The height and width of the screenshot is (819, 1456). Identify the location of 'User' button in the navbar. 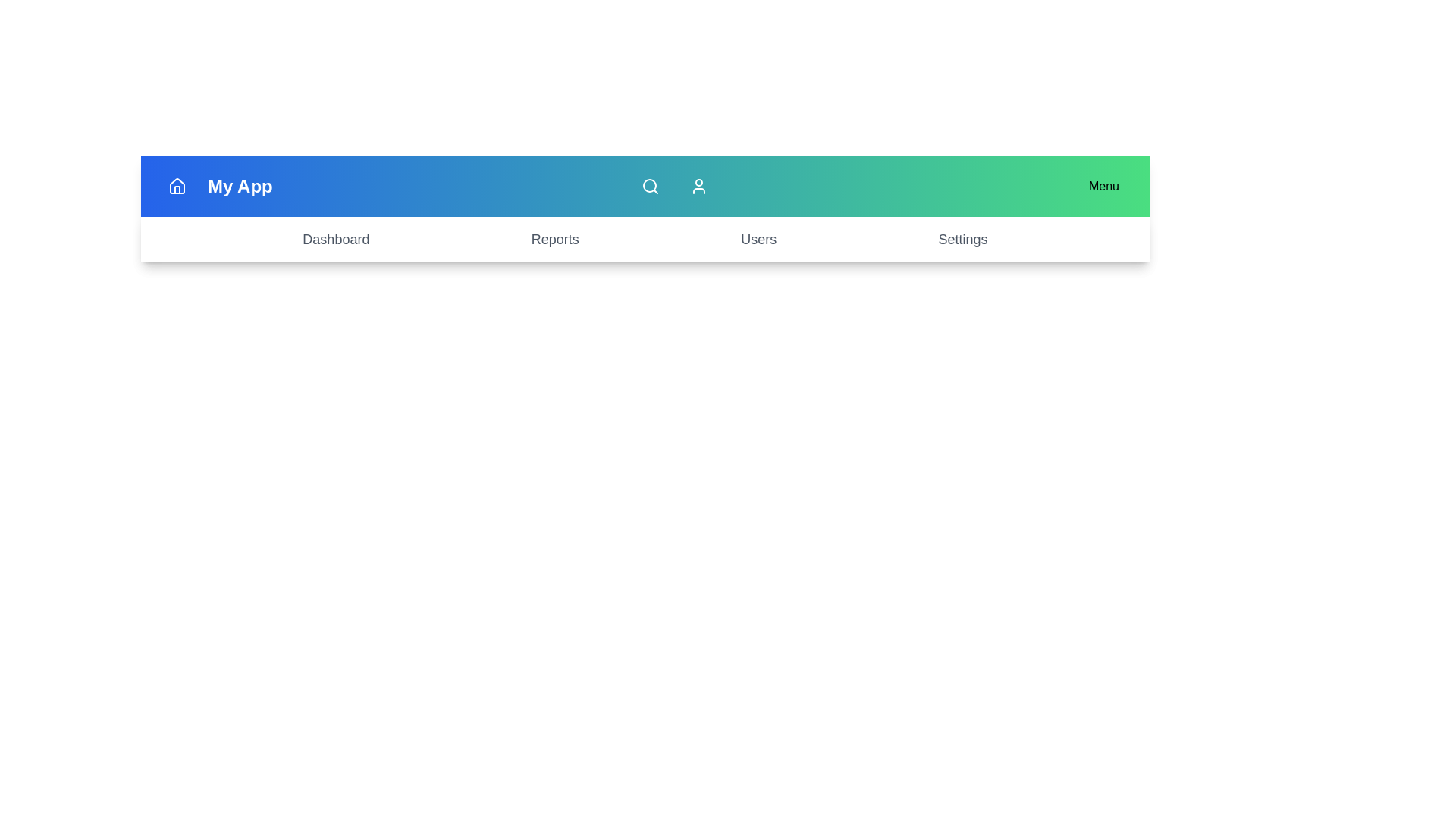
(698, 186).